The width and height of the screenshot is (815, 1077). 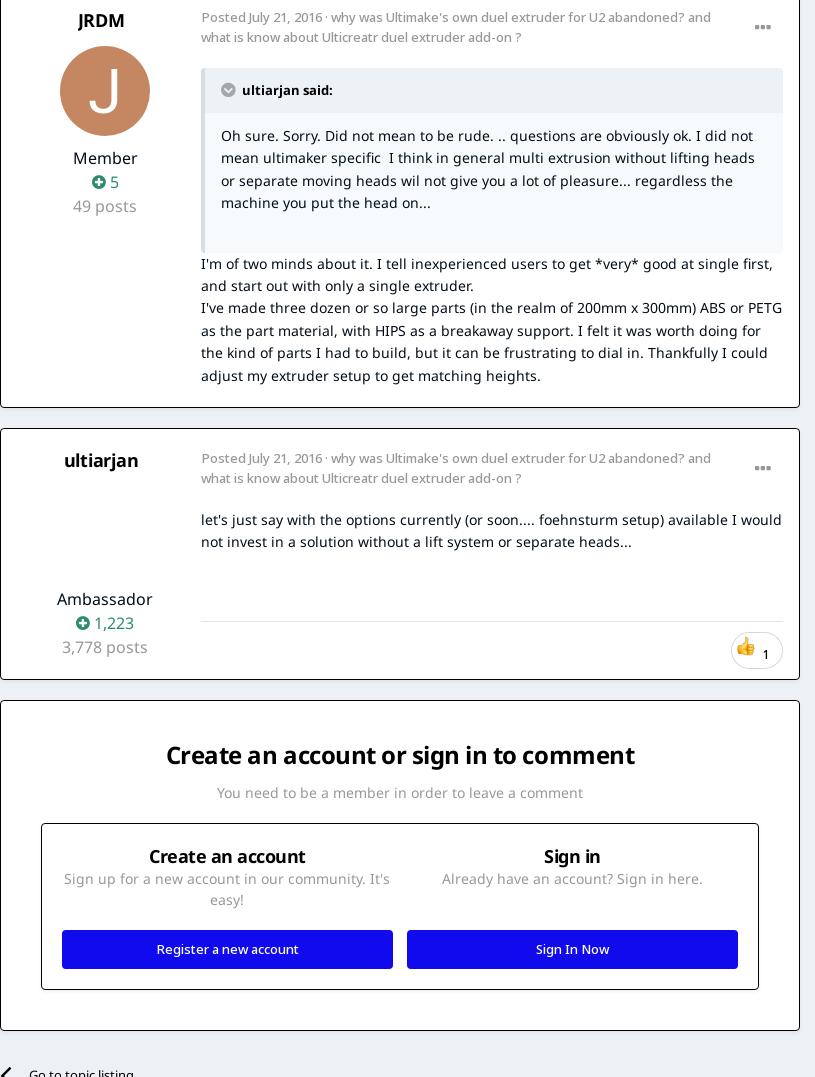 What do you see at coordinates (226, 854) in the screenshot?
I see `'Create an account'` at bounding box center [226, 854].